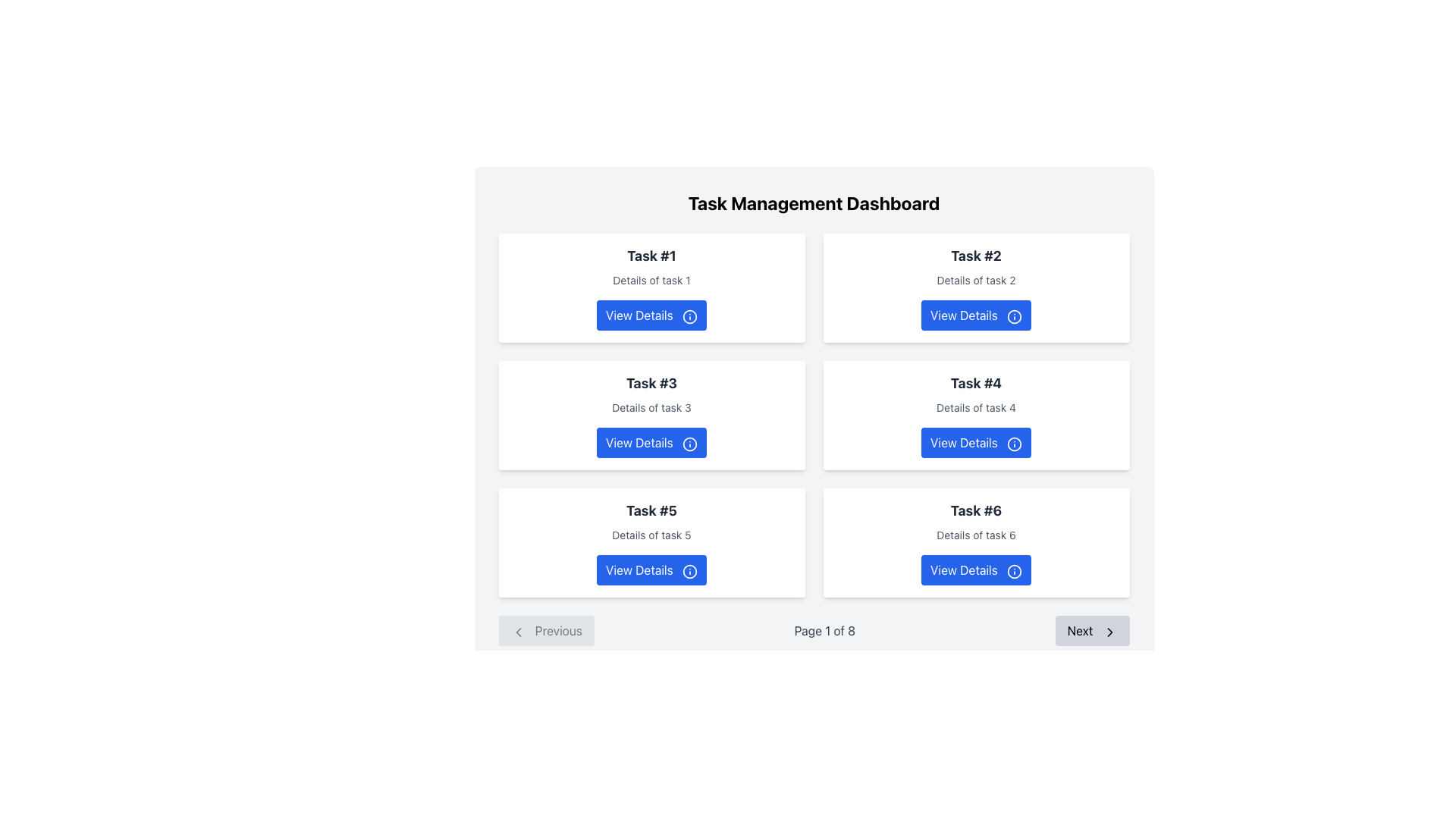  Describe the element at coordinates (976, 315) in the screenshot. I see `the 'View Details' button located below the description text of 'Task #2' in the second card of a two-column grid layout` at that location.